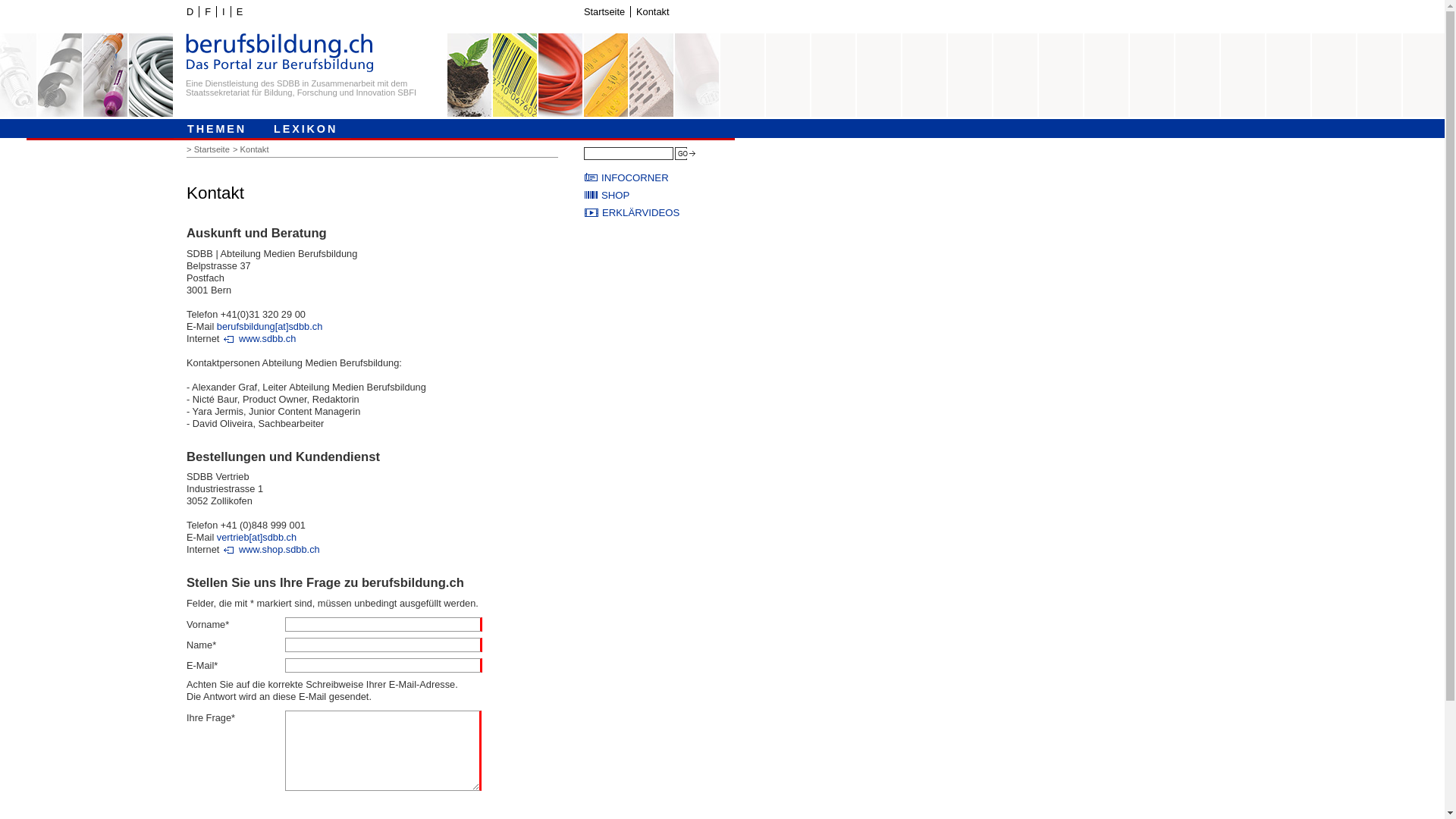  Describe the element at coordinates (660, 194) in the screenshot. I see `'SHOP'` at that location.